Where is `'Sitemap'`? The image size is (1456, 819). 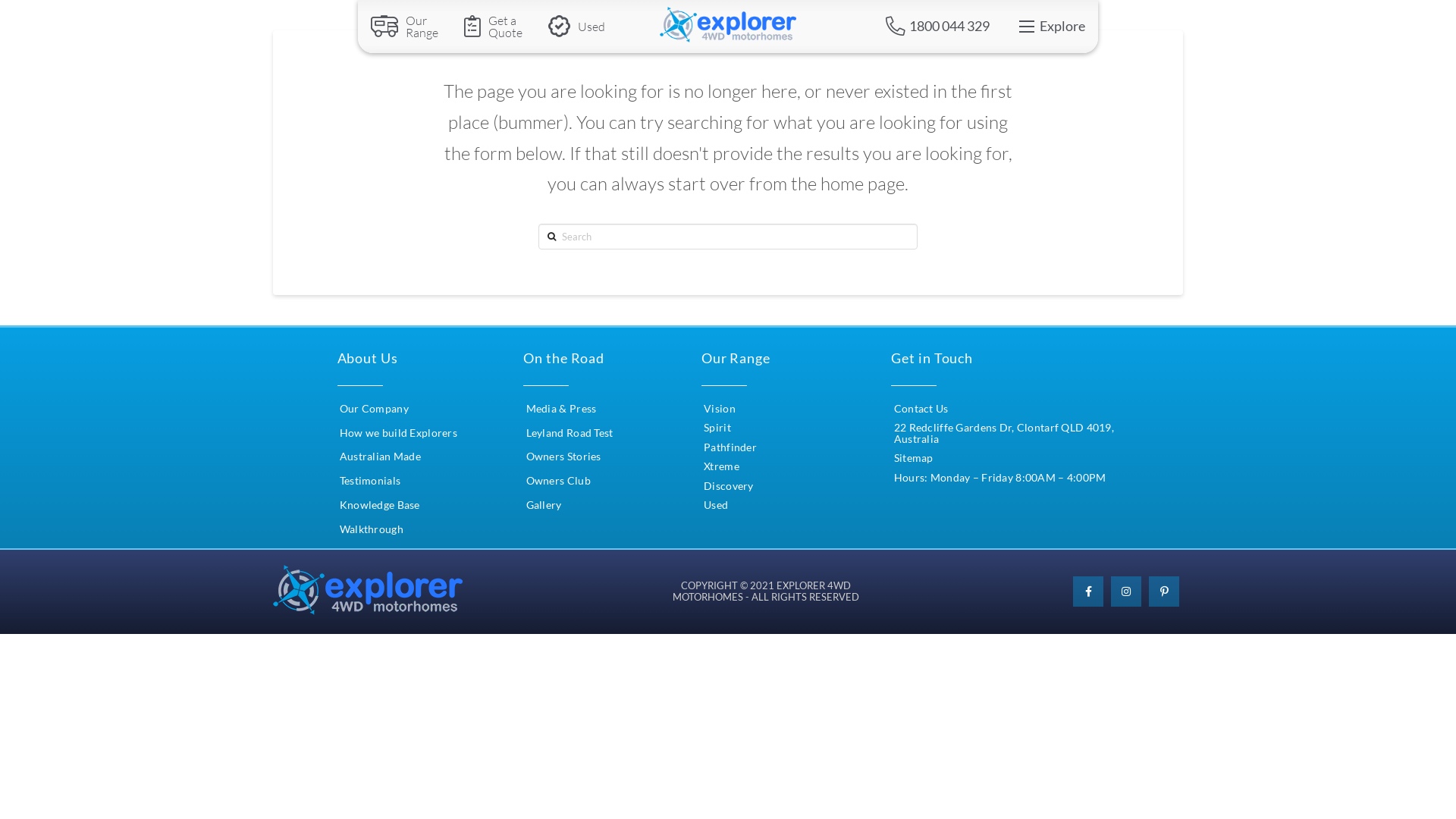
'Sitemap' is located at coordinates (912, 457).